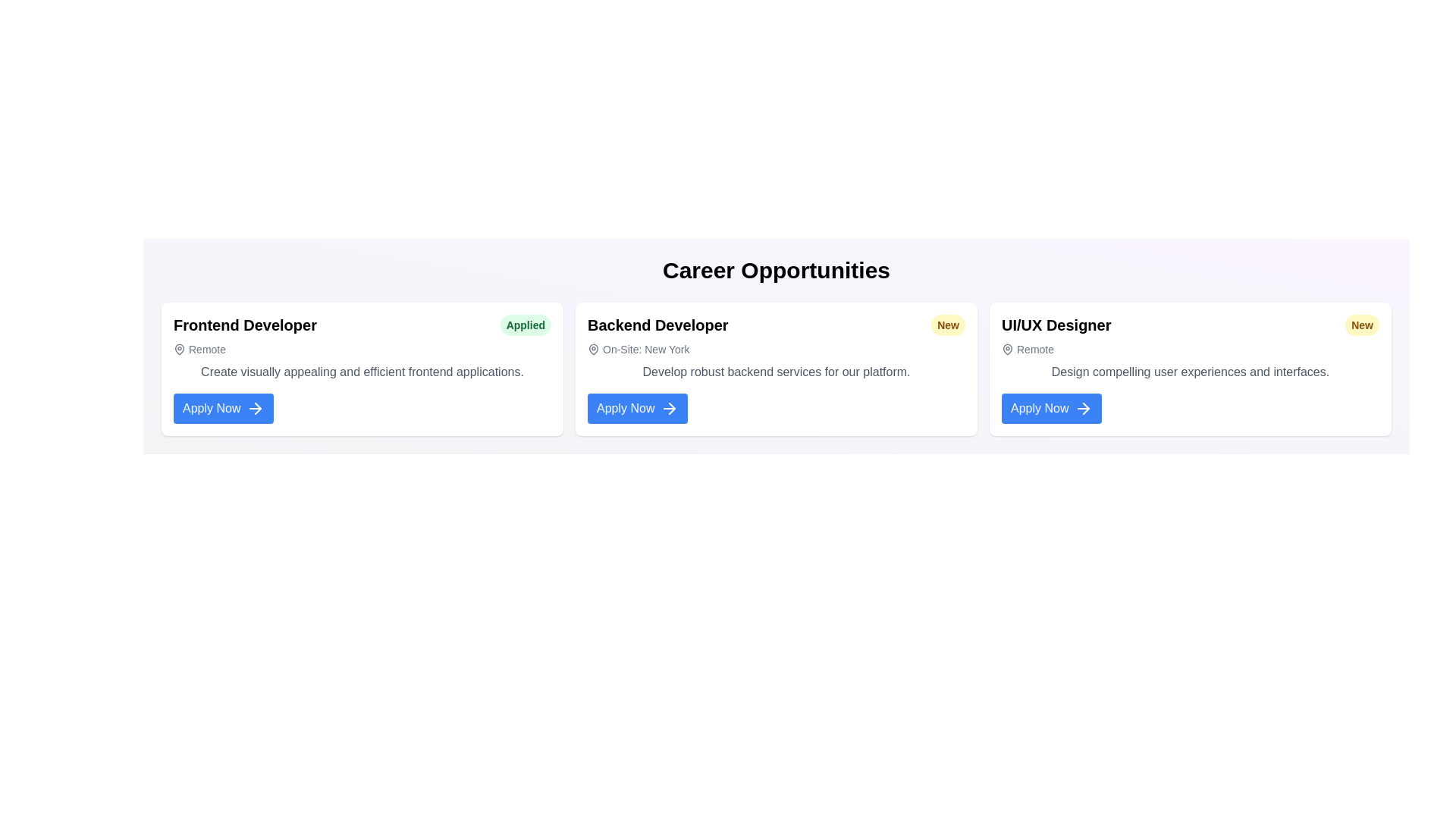  I want to click on the button for the 'Frontend Developer' position to change its background color, located at the bottom of the job listing card under the description 'Create visually appealing and efficient frontend applications.', so click(223, 408).